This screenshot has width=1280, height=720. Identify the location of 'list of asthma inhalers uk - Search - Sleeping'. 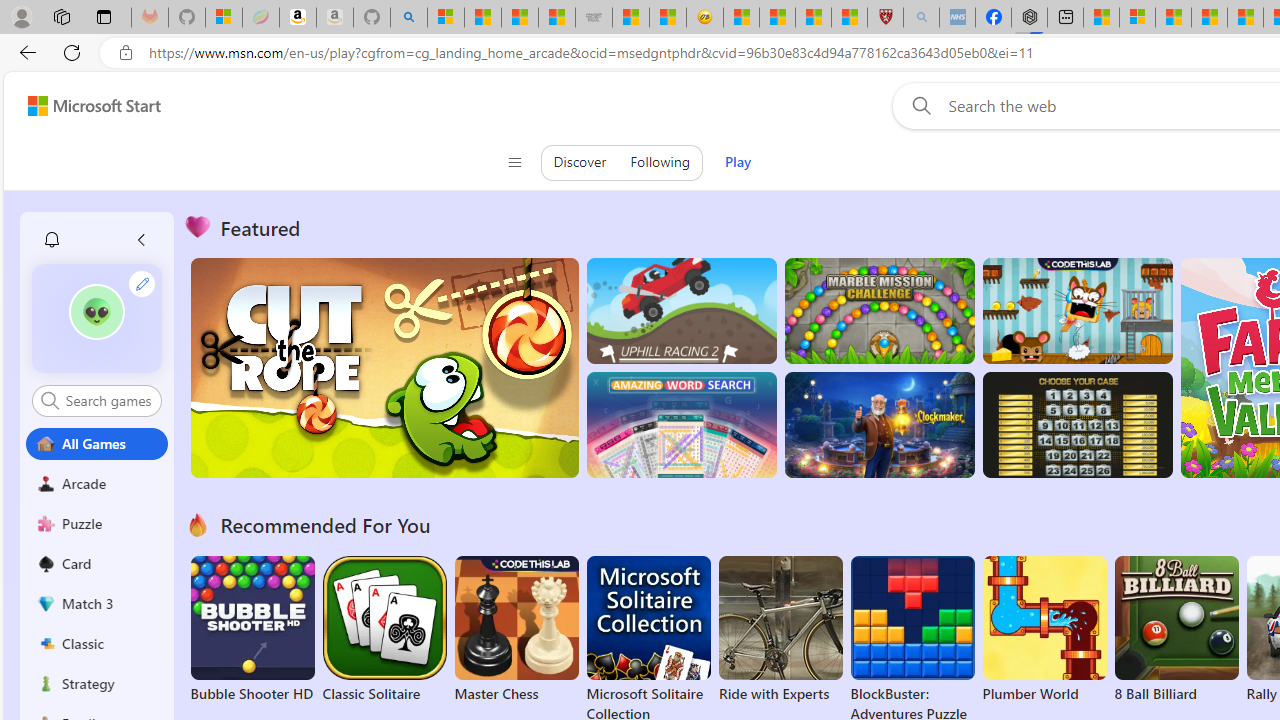
(920, 17).